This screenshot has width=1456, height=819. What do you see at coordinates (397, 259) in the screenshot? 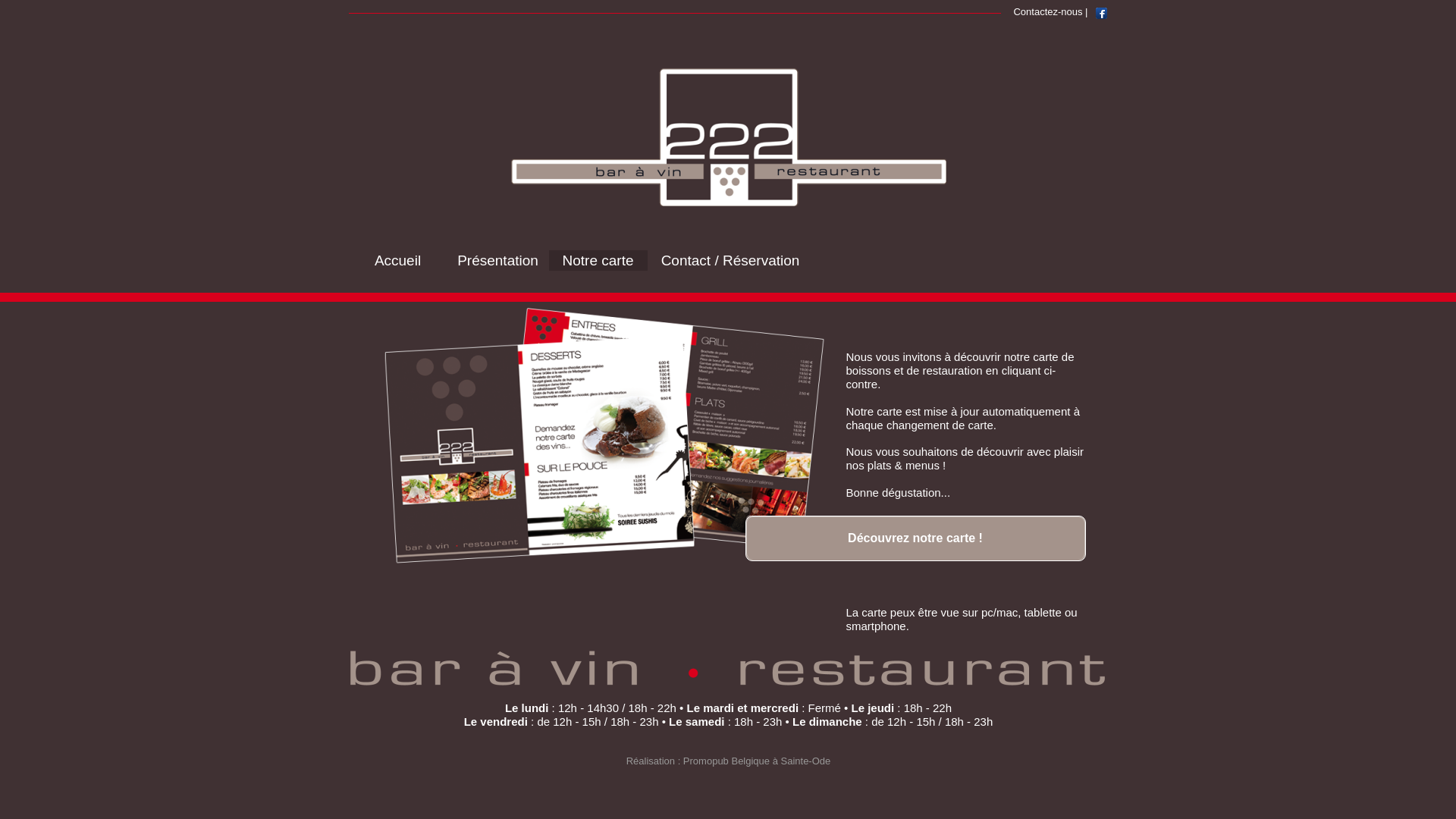
I see `'Accueil'` at bounding box center [397, 259].